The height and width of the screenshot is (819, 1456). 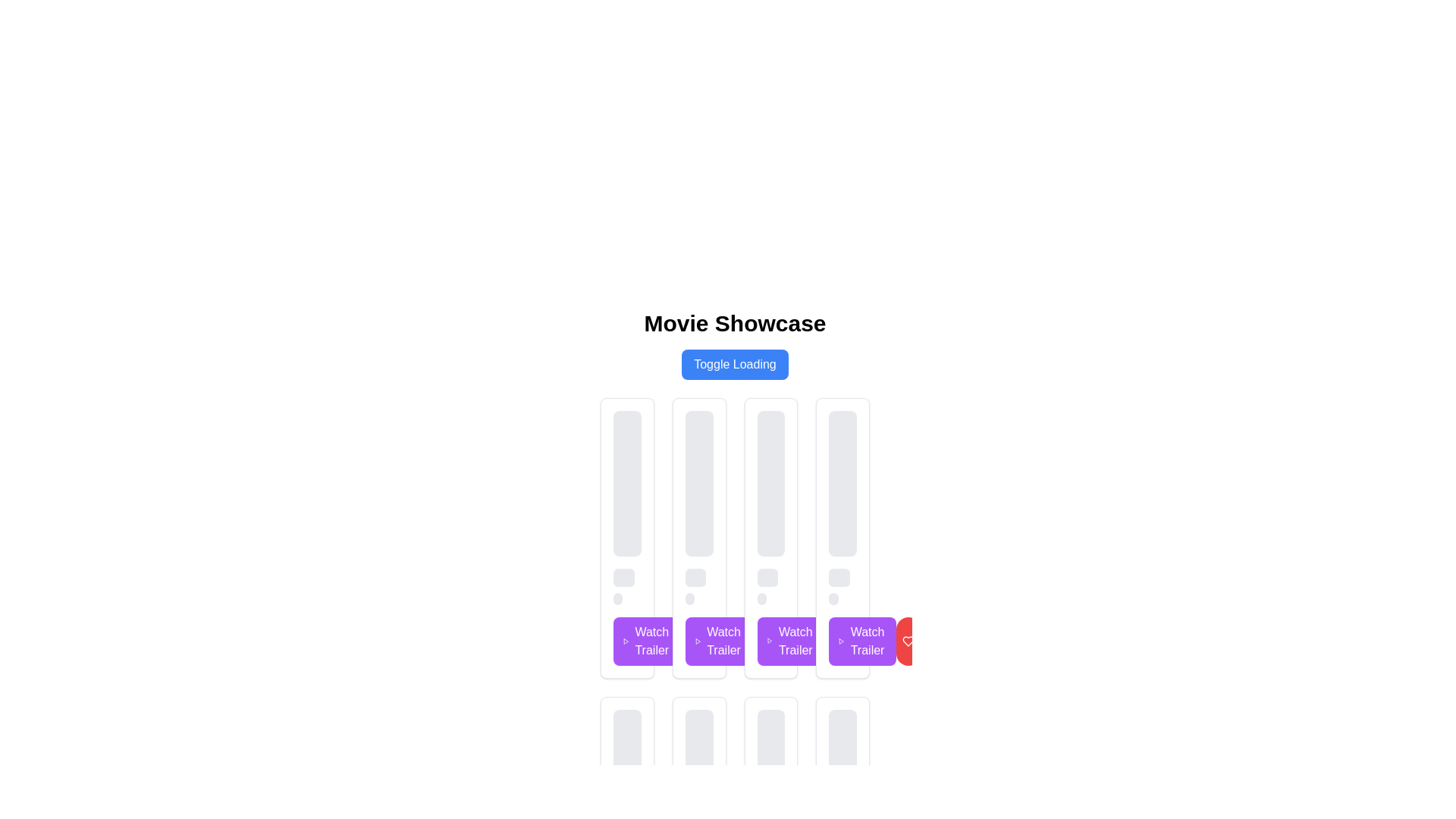 I want to click on the rightmost button in the fourth card to initiate trailer playback, so click(x=842, y=641).